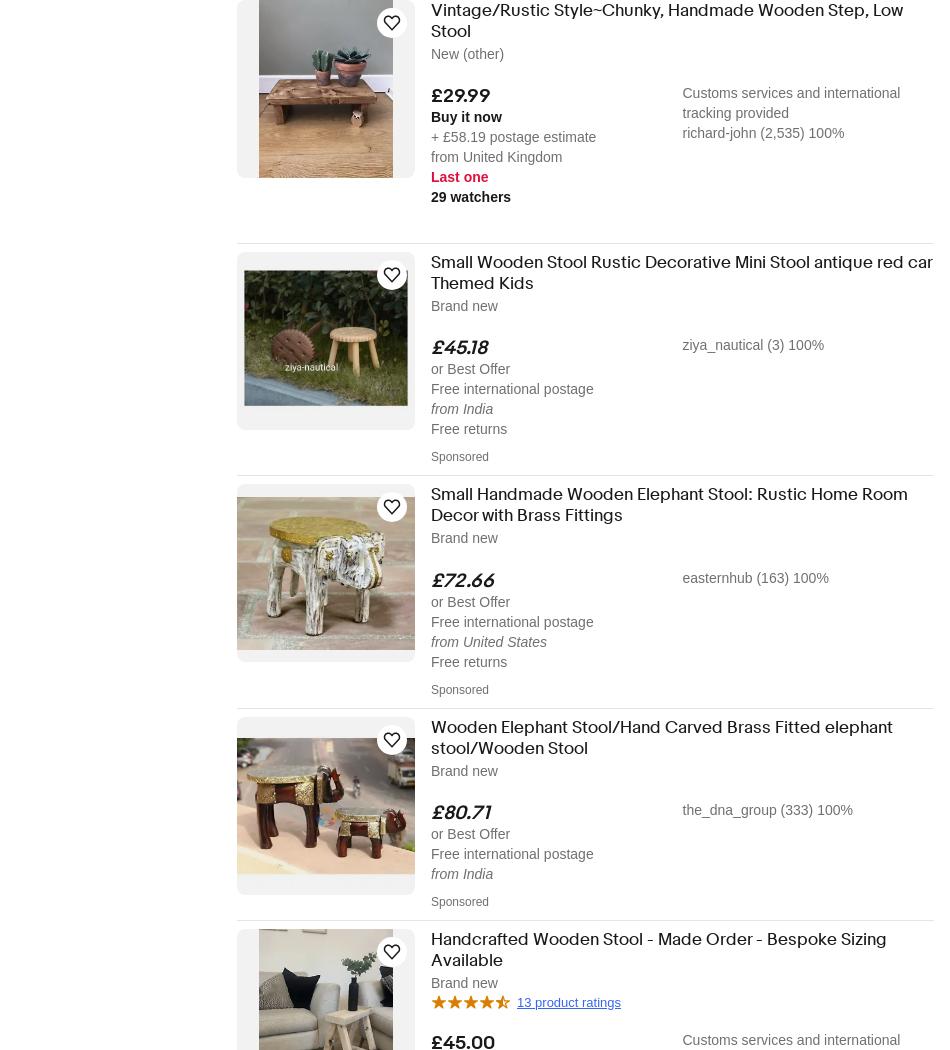 The width and height of the screenshot is (950, 1050). Describe the element at coordinates (430, 810) in the screenshot. I see `'£80.71'` at that location.